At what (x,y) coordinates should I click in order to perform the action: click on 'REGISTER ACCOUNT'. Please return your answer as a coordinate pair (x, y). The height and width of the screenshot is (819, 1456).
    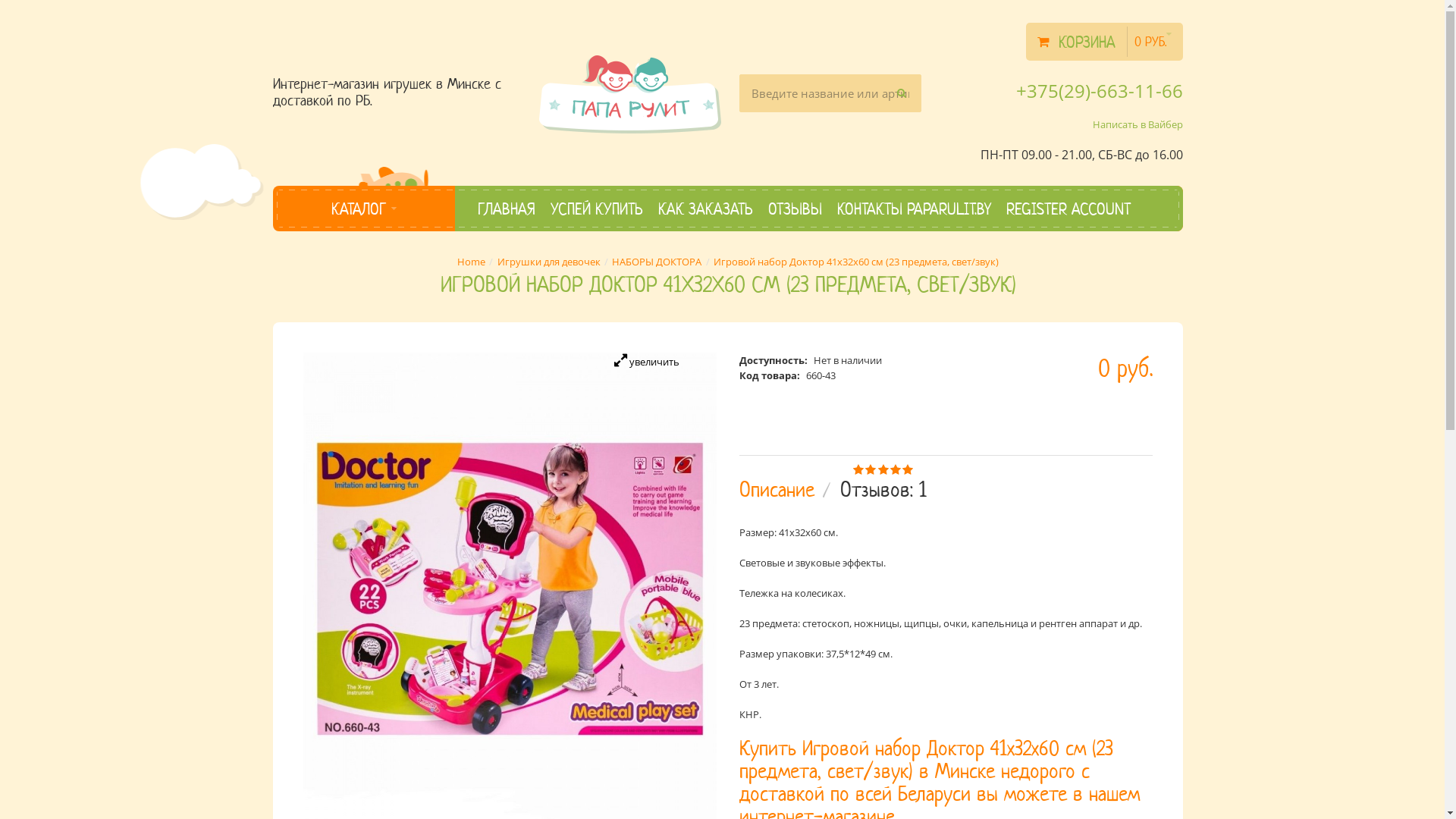
    Looking at the image, I should click on (1006, 208).